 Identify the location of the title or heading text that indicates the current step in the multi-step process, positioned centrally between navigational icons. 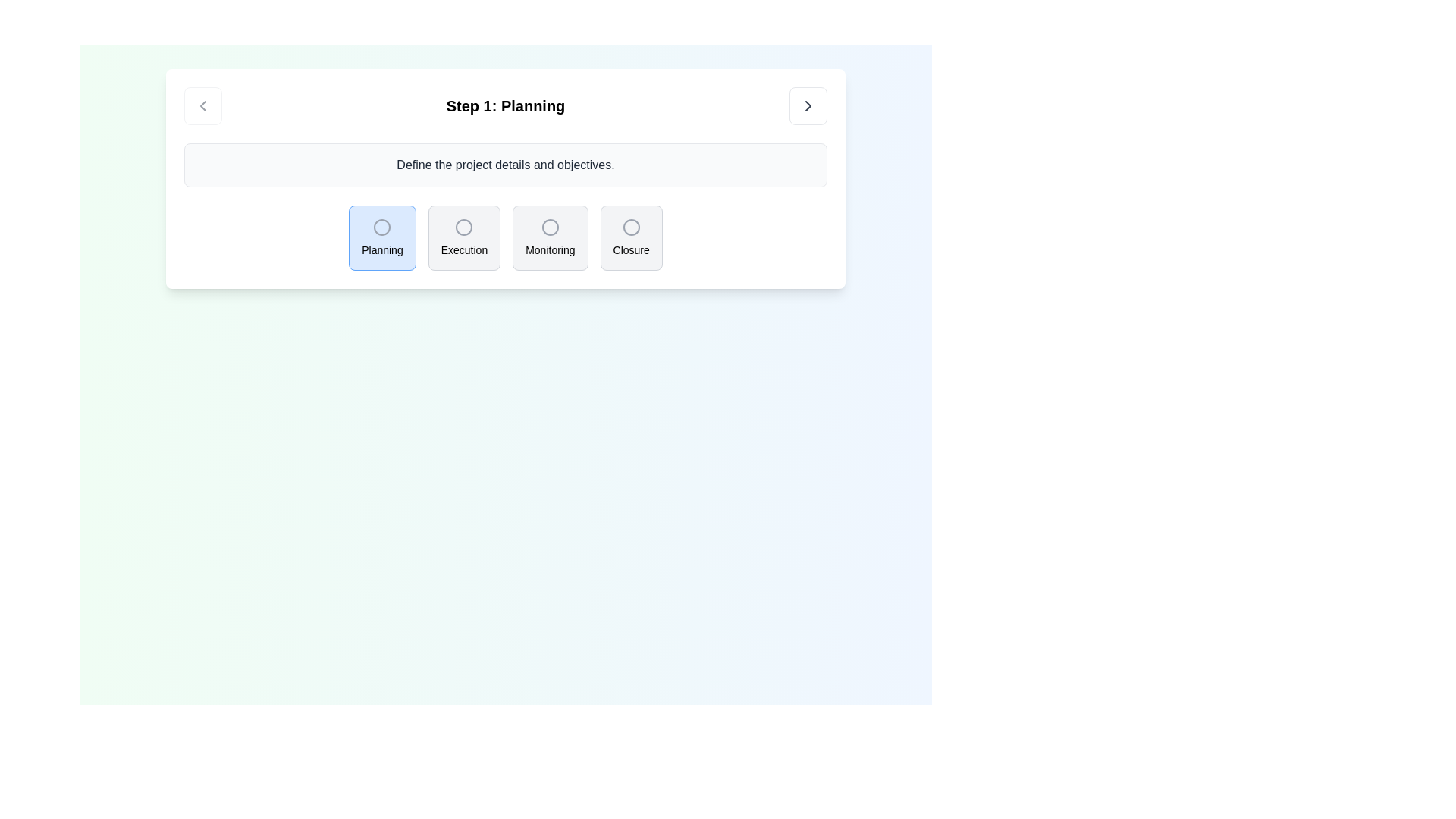
(506, 105).